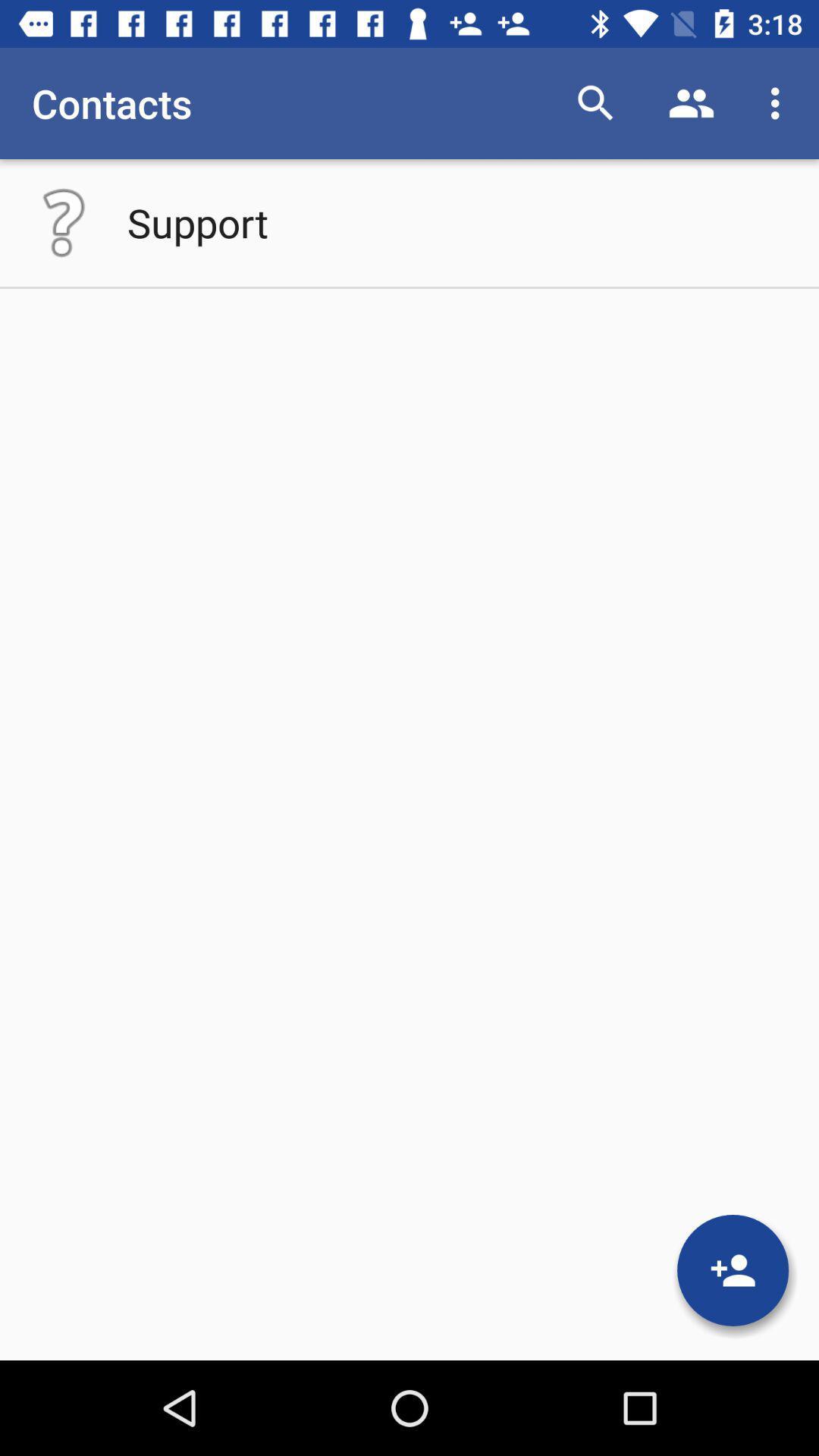 The height and width of the screenshot is (1456, 819). I want to click on the icon to the left of the support item, so click(63, 221).